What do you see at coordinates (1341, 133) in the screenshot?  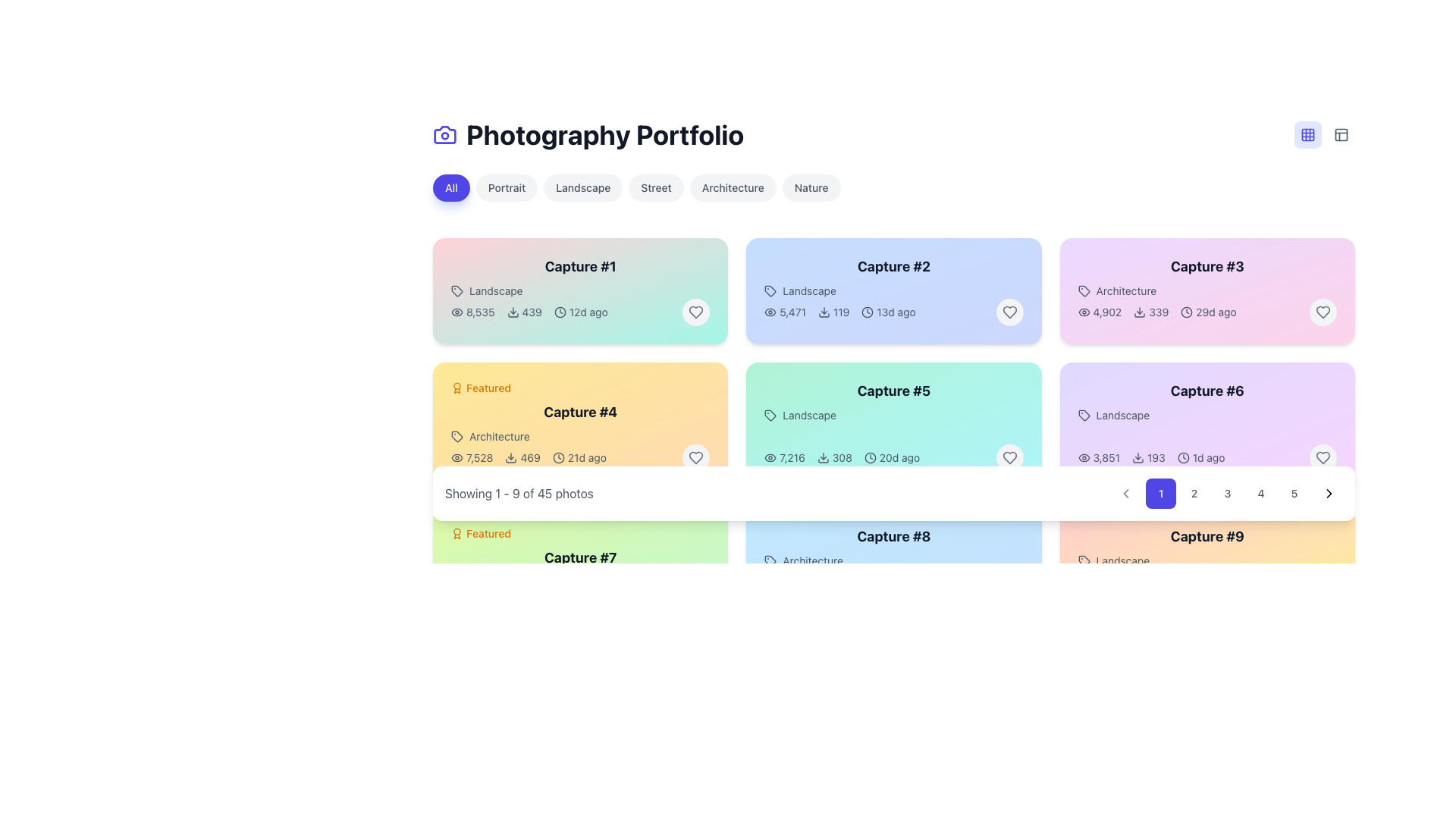 I see `the rounded square-shaped button with a minimalist icon resembling a top-left corner pane to observe the visual feedback of the hover effect` at bounding box center [1341, 133].